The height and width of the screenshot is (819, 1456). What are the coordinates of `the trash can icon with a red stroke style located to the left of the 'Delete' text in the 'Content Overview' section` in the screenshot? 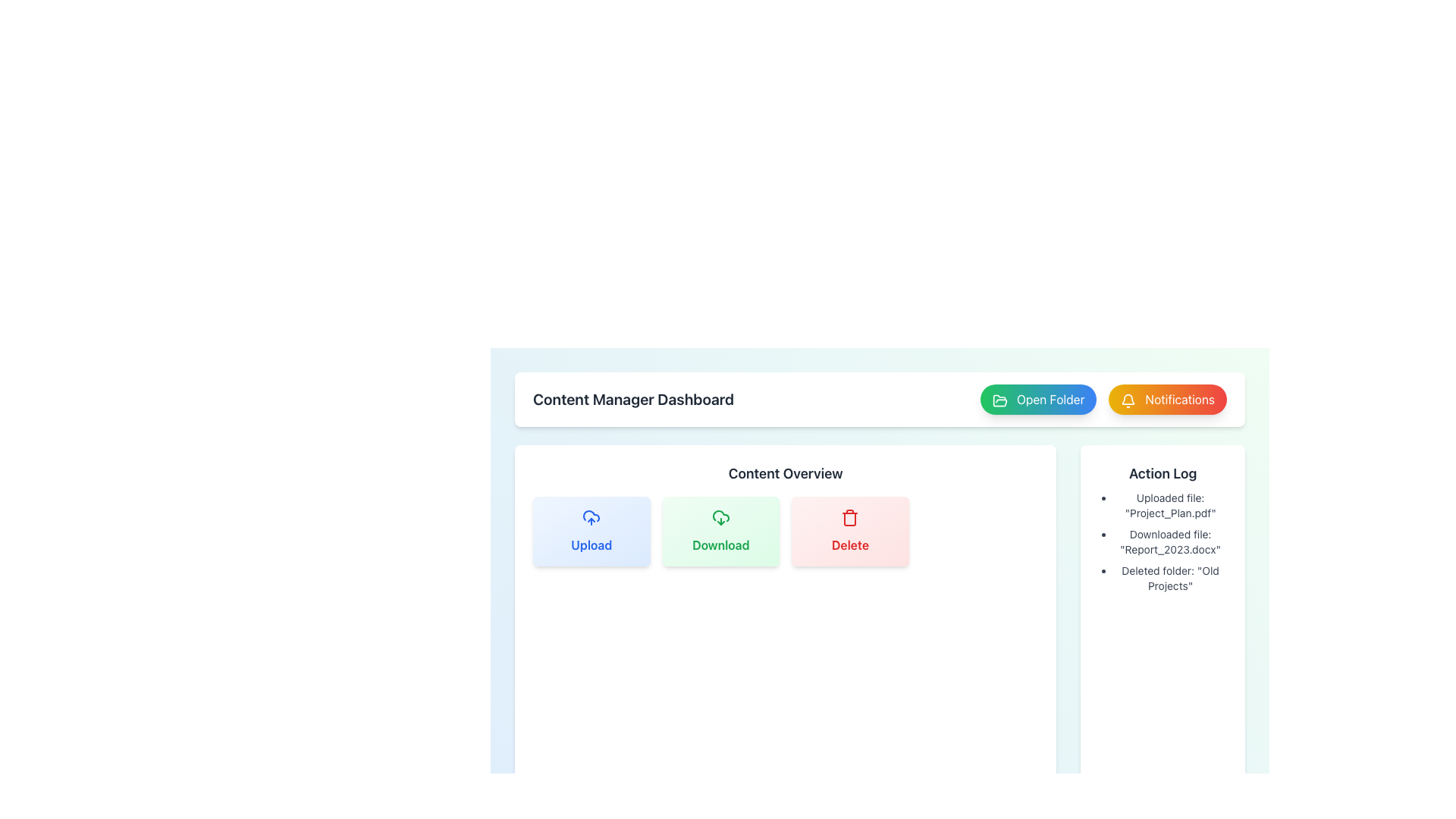 It's located at (850, 516).